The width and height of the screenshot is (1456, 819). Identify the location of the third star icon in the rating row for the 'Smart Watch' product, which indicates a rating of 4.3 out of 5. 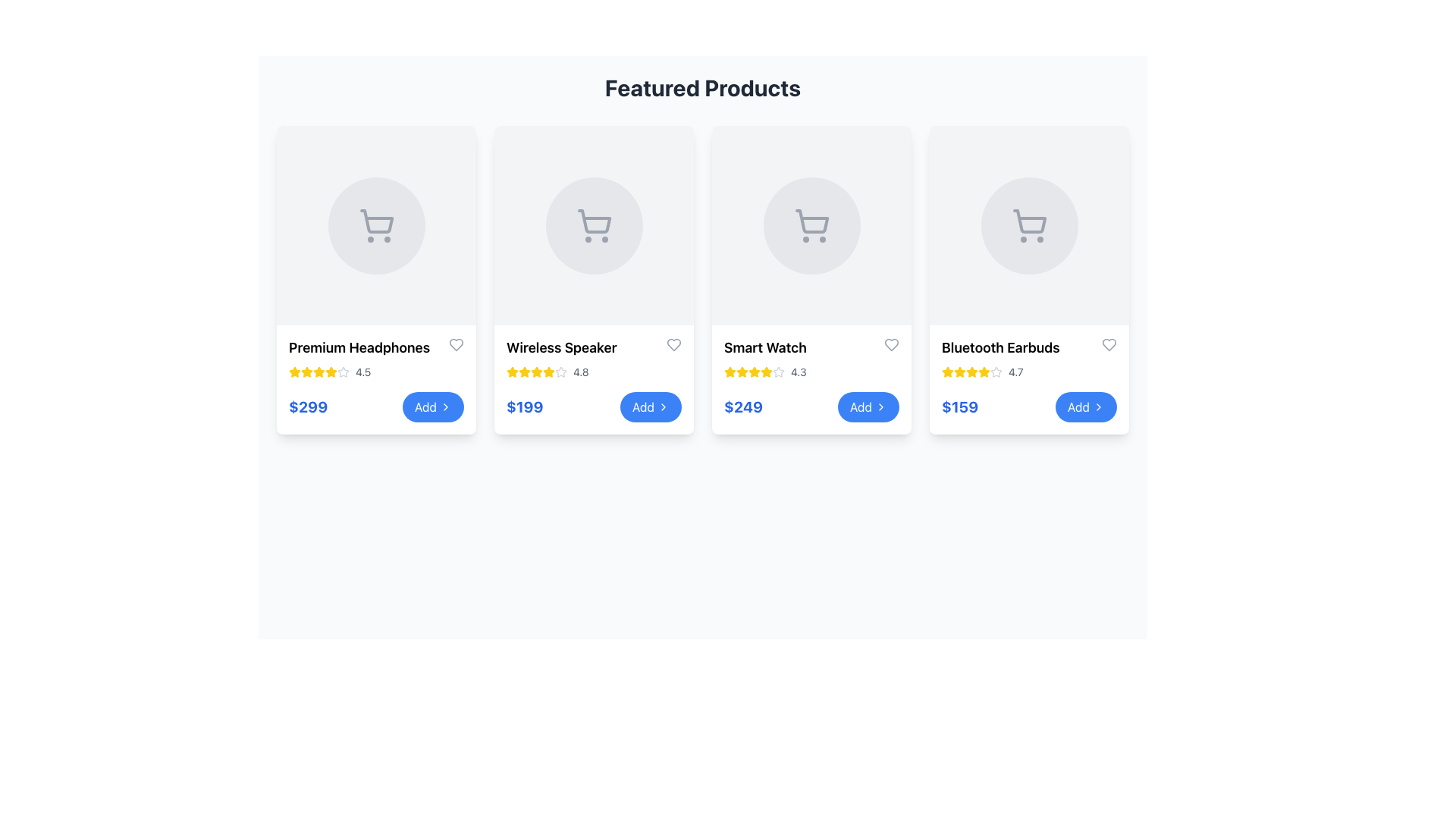
(742, 372).